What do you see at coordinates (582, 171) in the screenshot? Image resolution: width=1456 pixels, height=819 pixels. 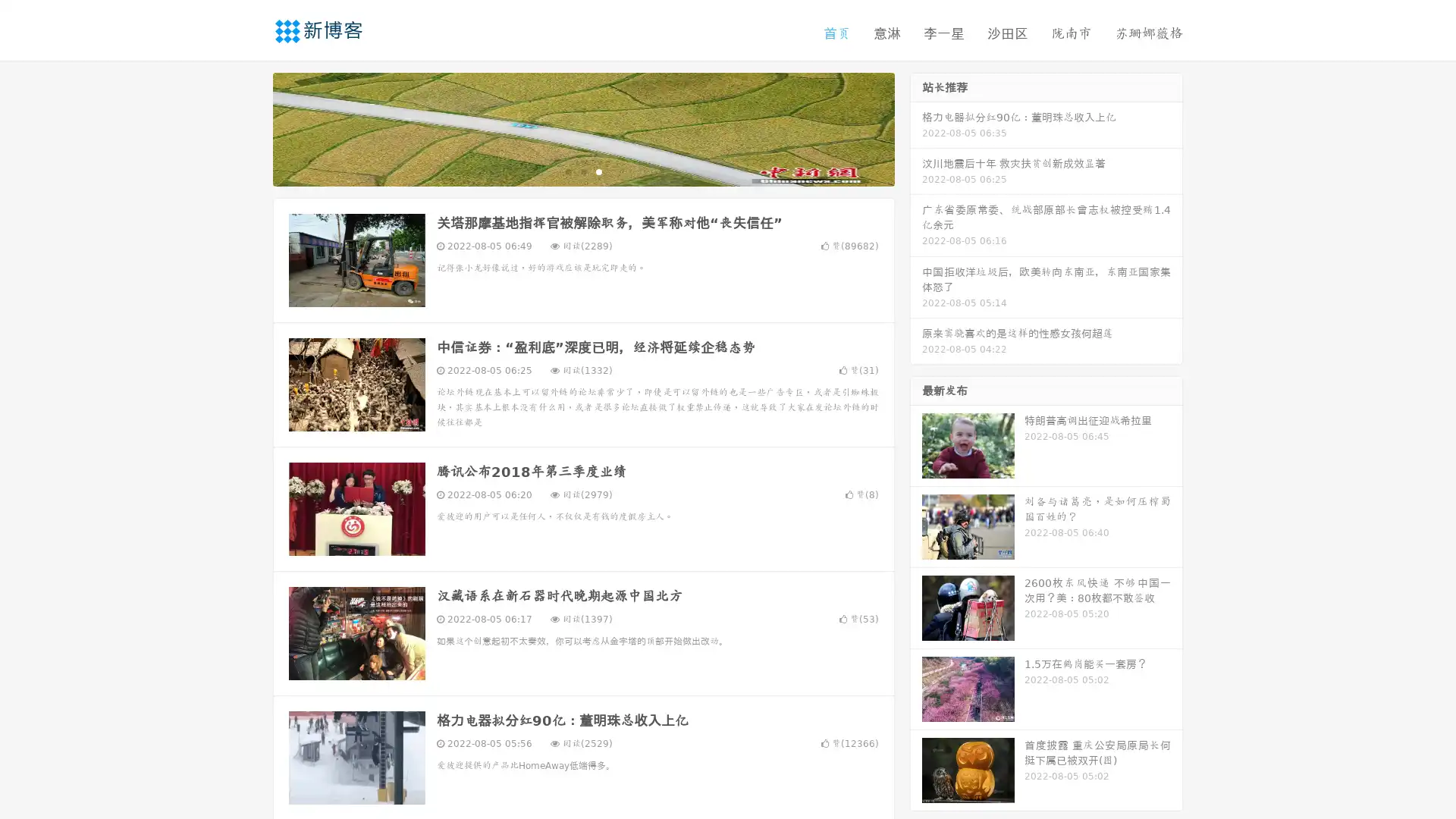 I see `Go to slide 2` at bounding box center [582, 171].